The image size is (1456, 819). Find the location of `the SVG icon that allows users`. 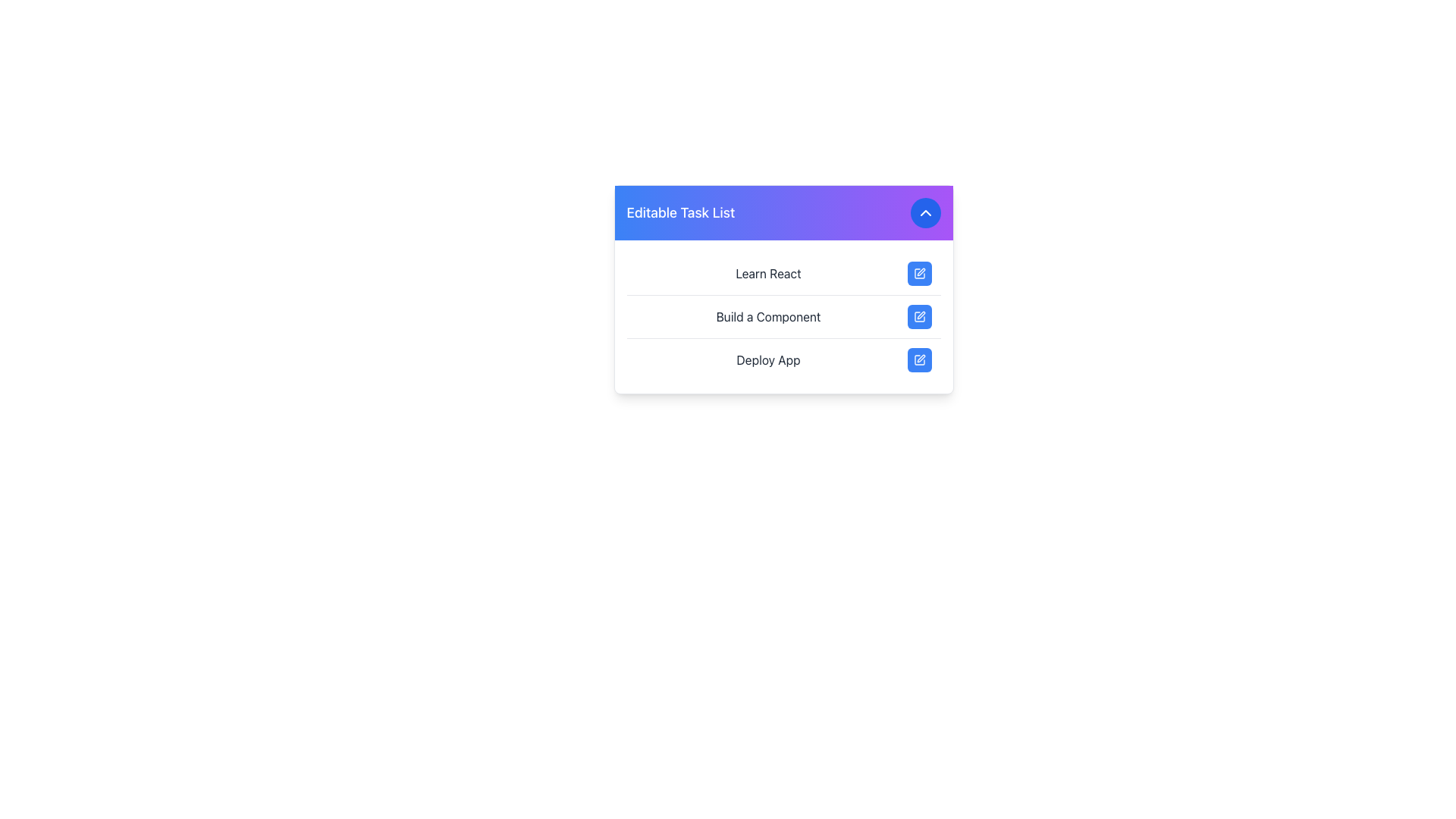

the SVG icon that allows users is located at coordinates (920, 315).